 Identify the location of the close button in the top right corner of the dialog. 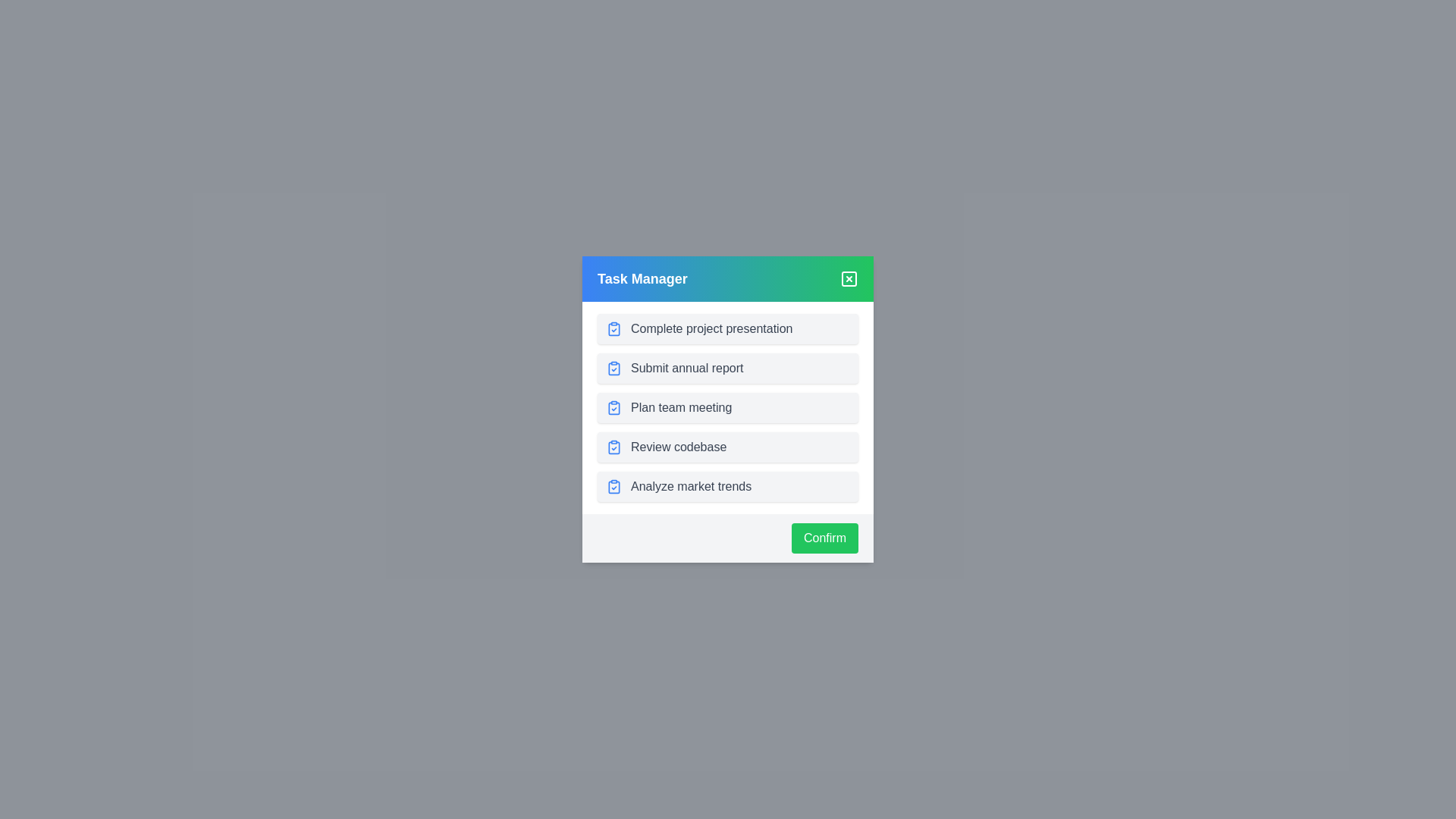
(848, 278).